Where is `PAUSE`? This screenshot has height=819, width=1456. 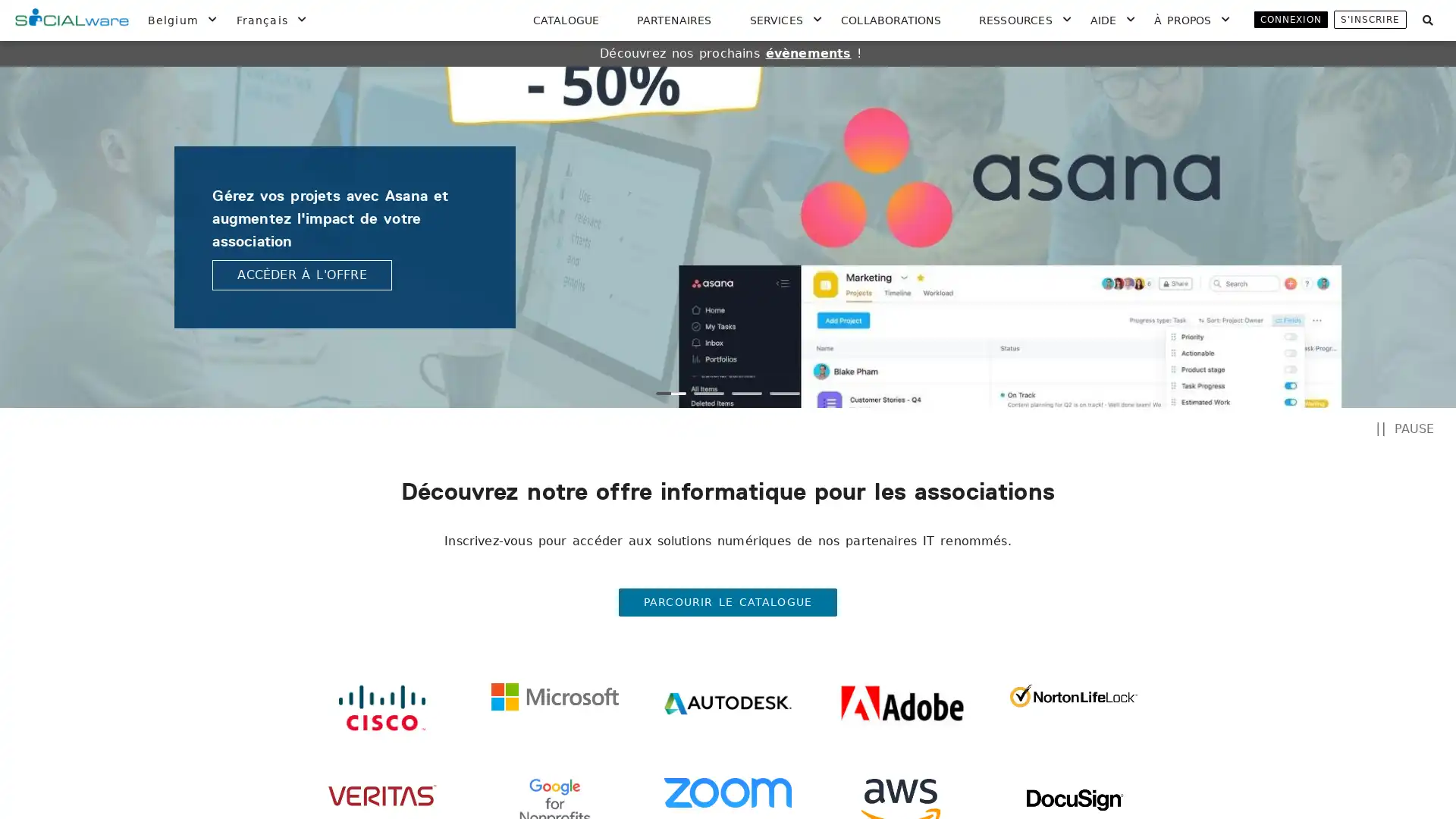
PAUSE is located at coordinates (1404, 429).